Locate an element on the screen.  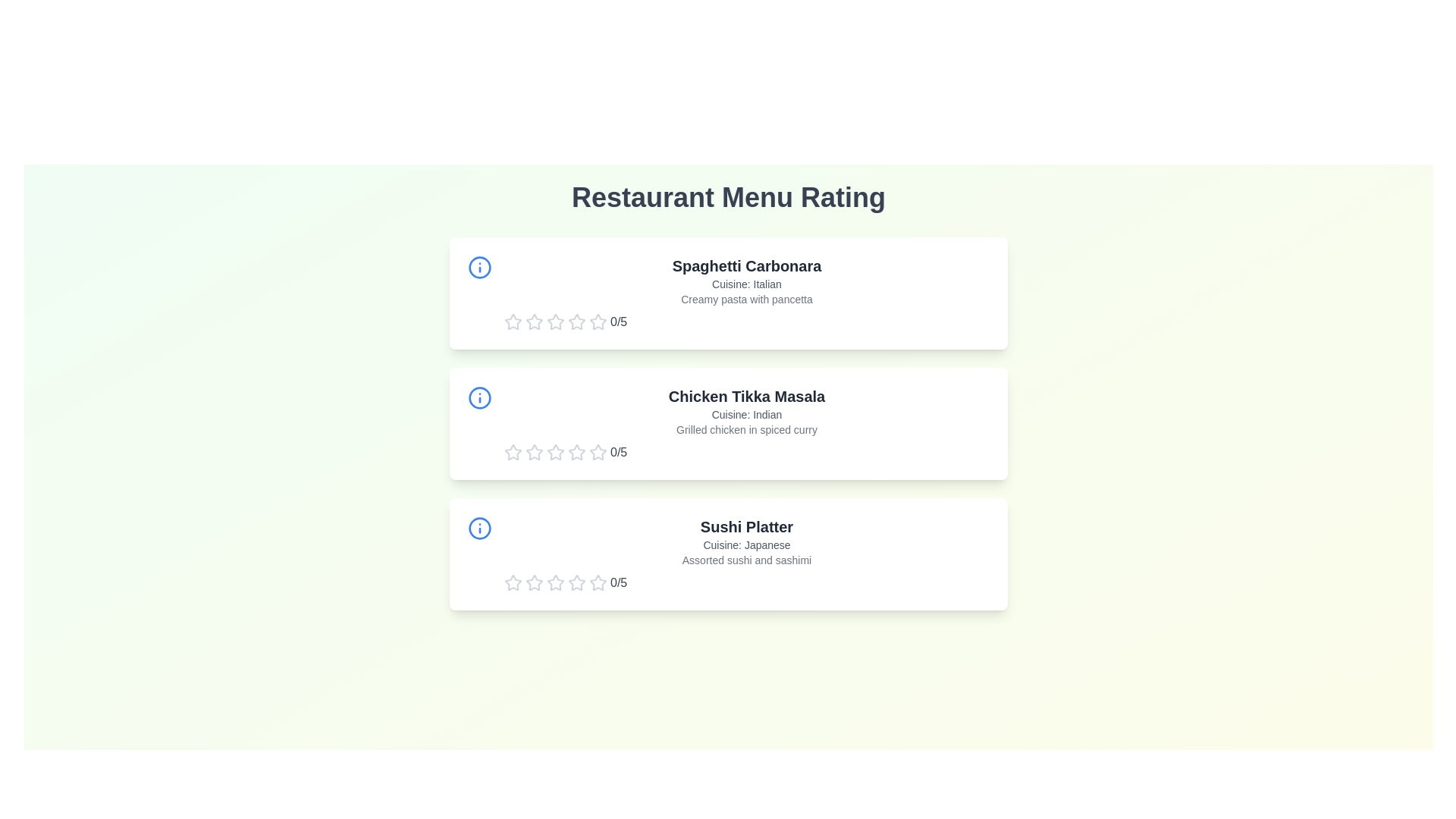
the rating of a menu item to 3 stars is located at coordinates (555, 321).